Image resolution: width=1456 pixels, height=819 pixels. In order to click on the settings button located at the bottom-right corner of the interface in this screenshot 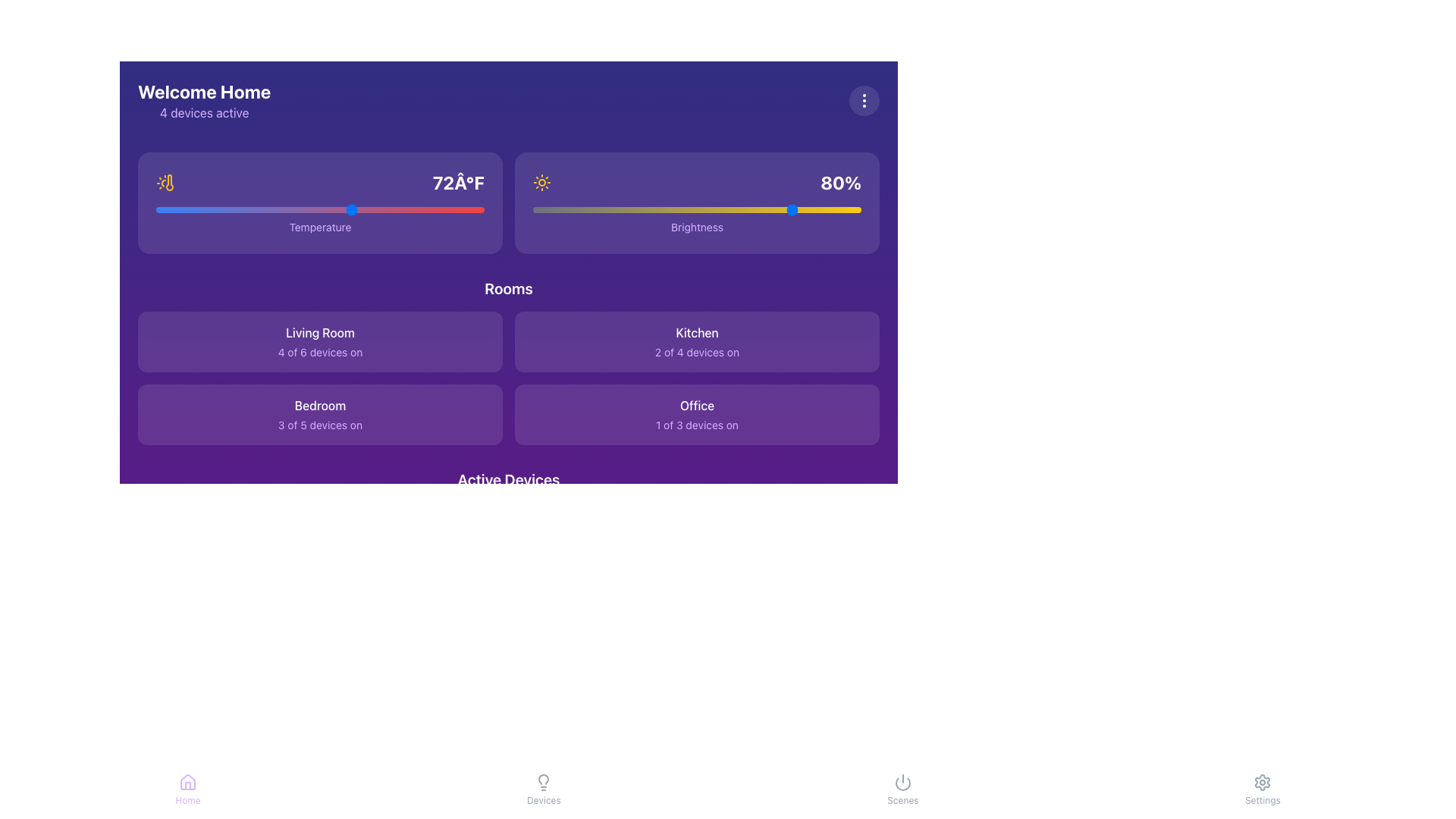, I will do `click(1263, 789)`.